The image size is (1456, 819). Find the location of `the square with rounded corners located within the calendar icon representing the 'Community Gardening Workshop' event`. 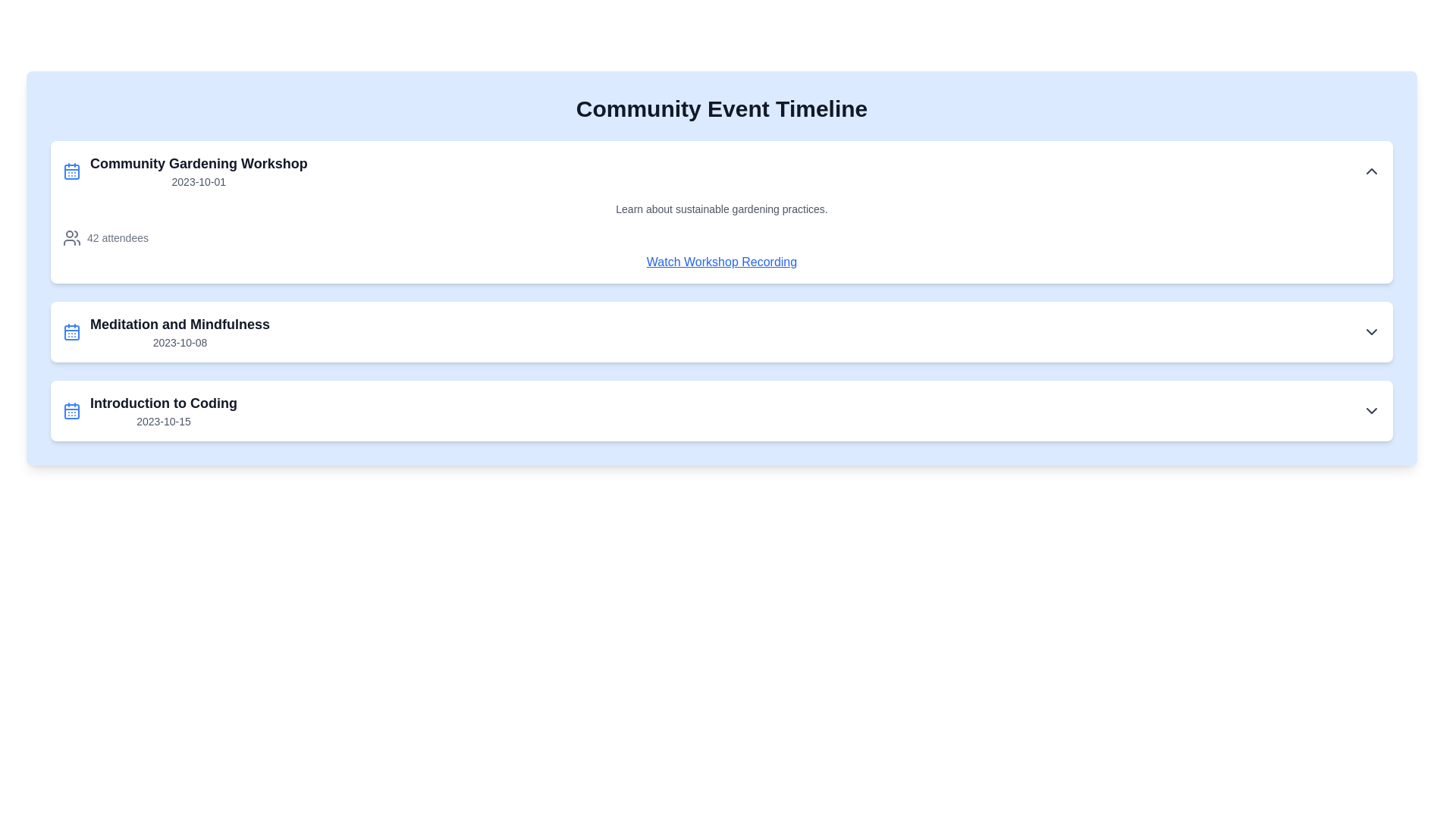

the square with rounded corners located within the calendar icon representing the 'Community Gardening Workshop' event is located at coordinates (71, 171).